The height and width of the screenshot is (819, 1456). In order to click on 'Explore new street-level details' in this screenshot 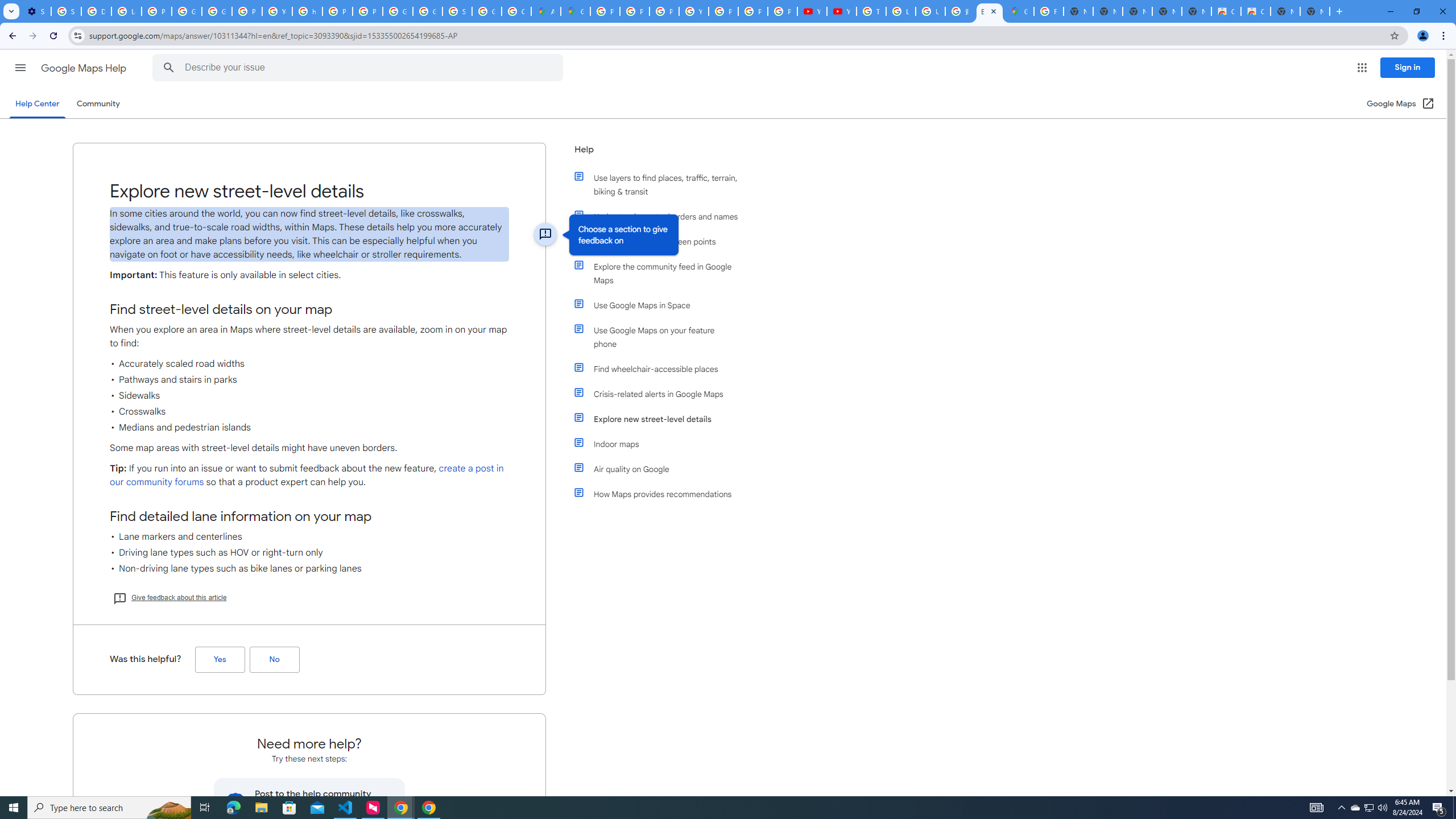, I will do `click(661, 419)`.